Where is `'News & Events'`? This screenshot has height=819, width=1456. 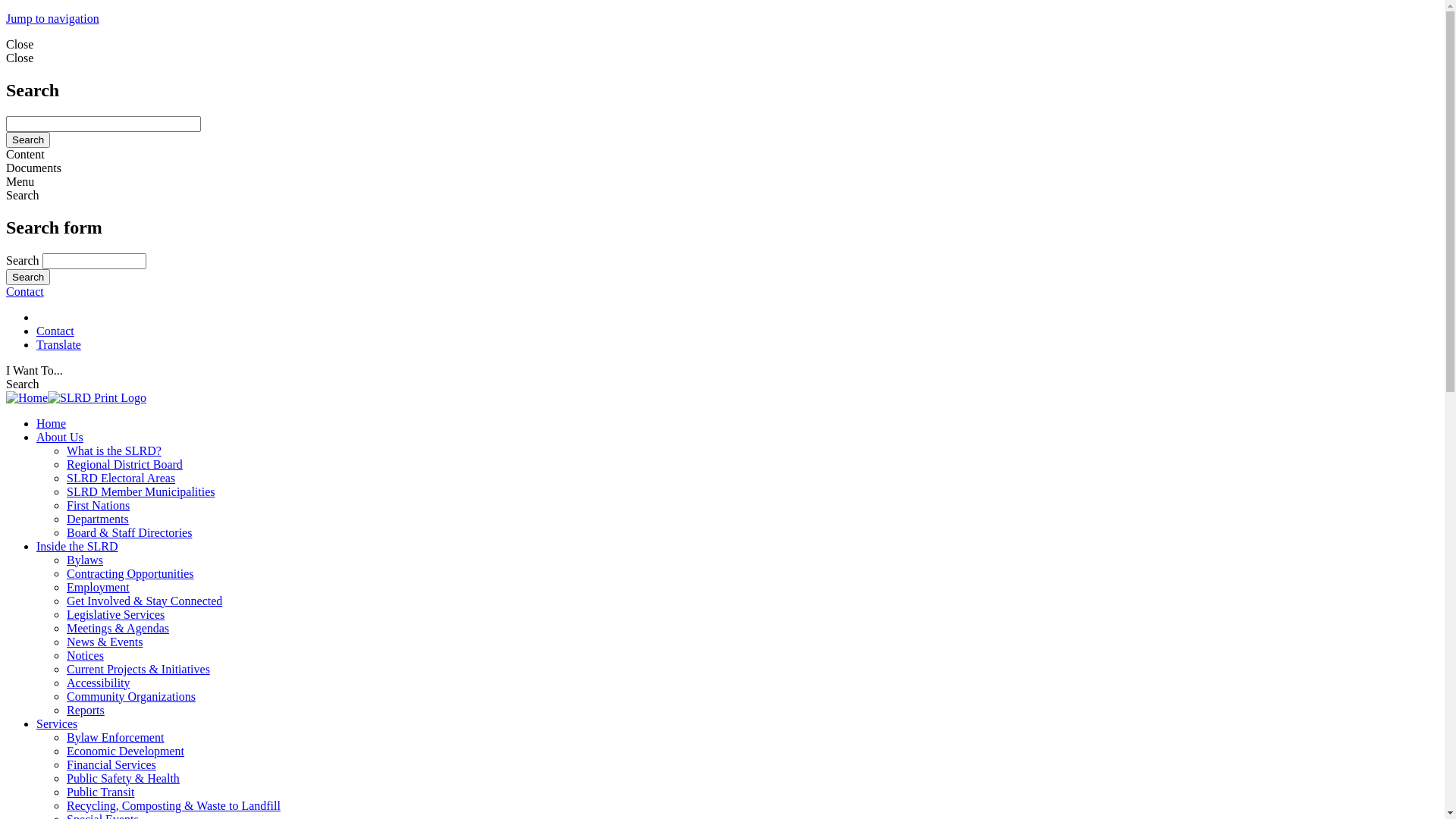 'News & Events' is located at coordinates (104, 642).